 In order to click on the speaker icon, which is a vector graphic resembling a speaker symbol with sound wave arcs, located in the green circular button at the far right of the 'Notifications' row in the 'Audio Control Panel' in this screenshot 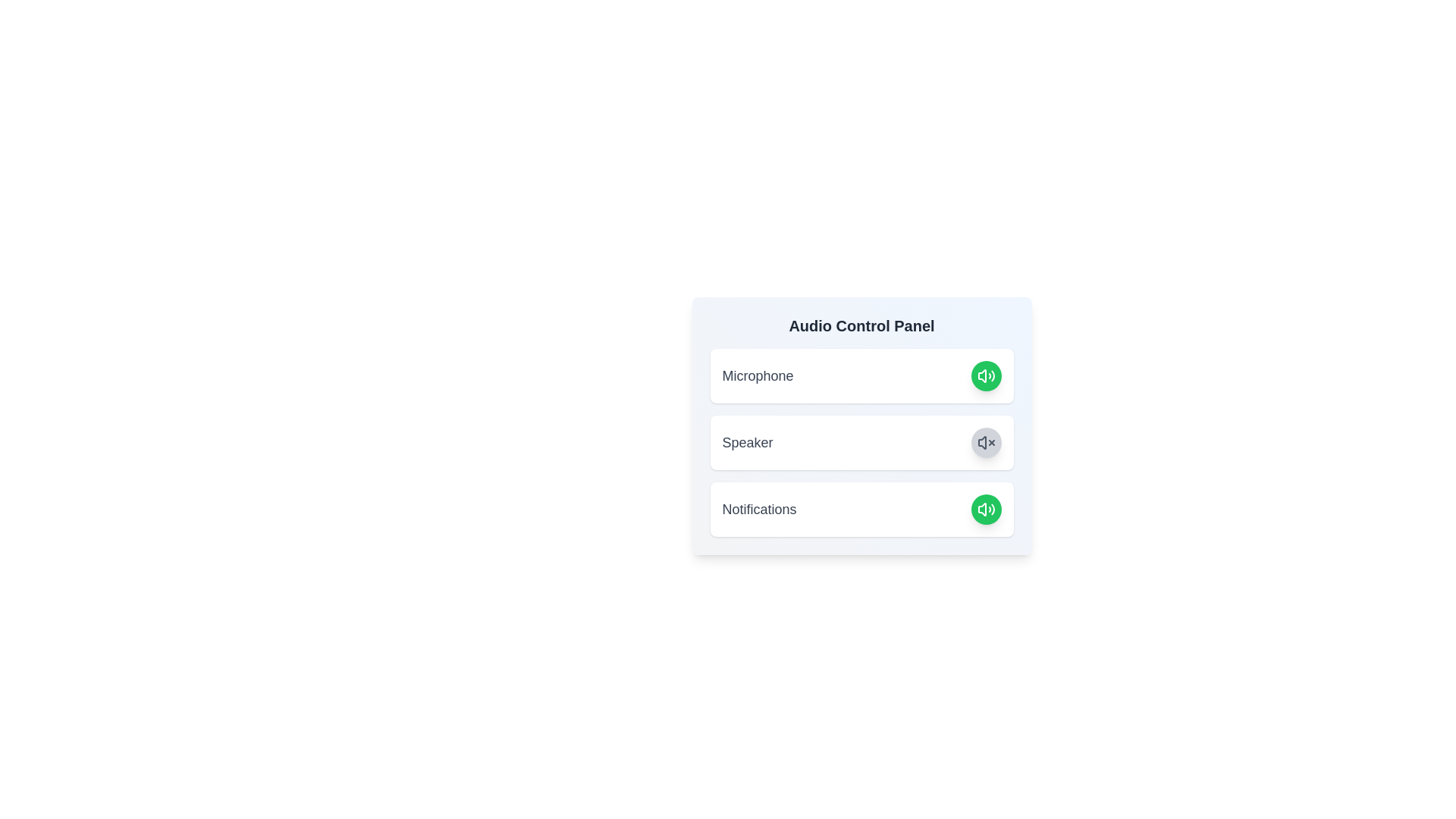, I will do `click(986, 375)`.